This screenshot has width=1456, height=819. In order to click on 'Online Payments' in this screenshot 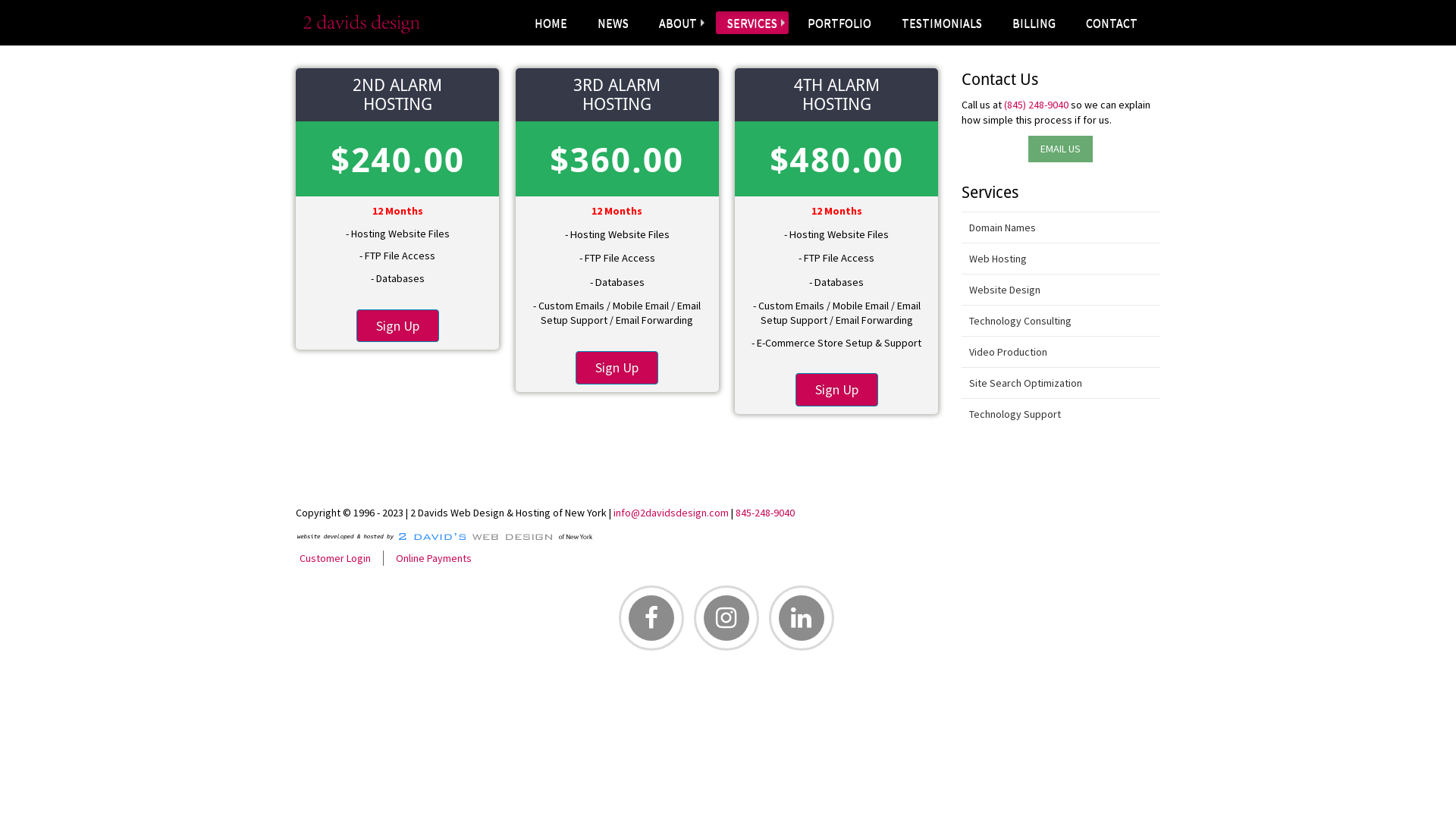, I will do `click(432, 558)`.